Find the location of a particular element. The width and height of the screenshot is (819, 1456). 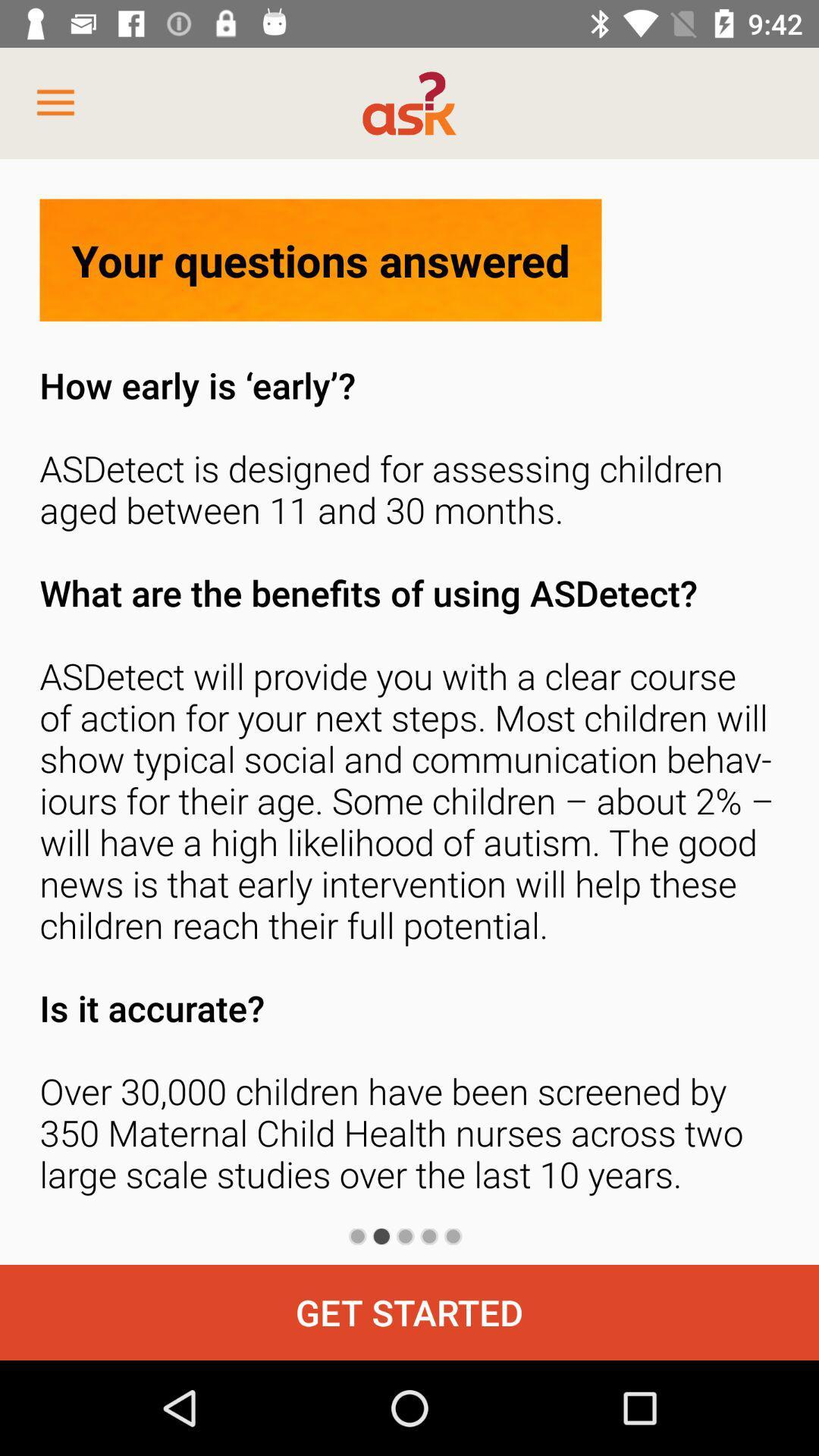

the item above your questions answered icon is located at coordinates (55, 102).